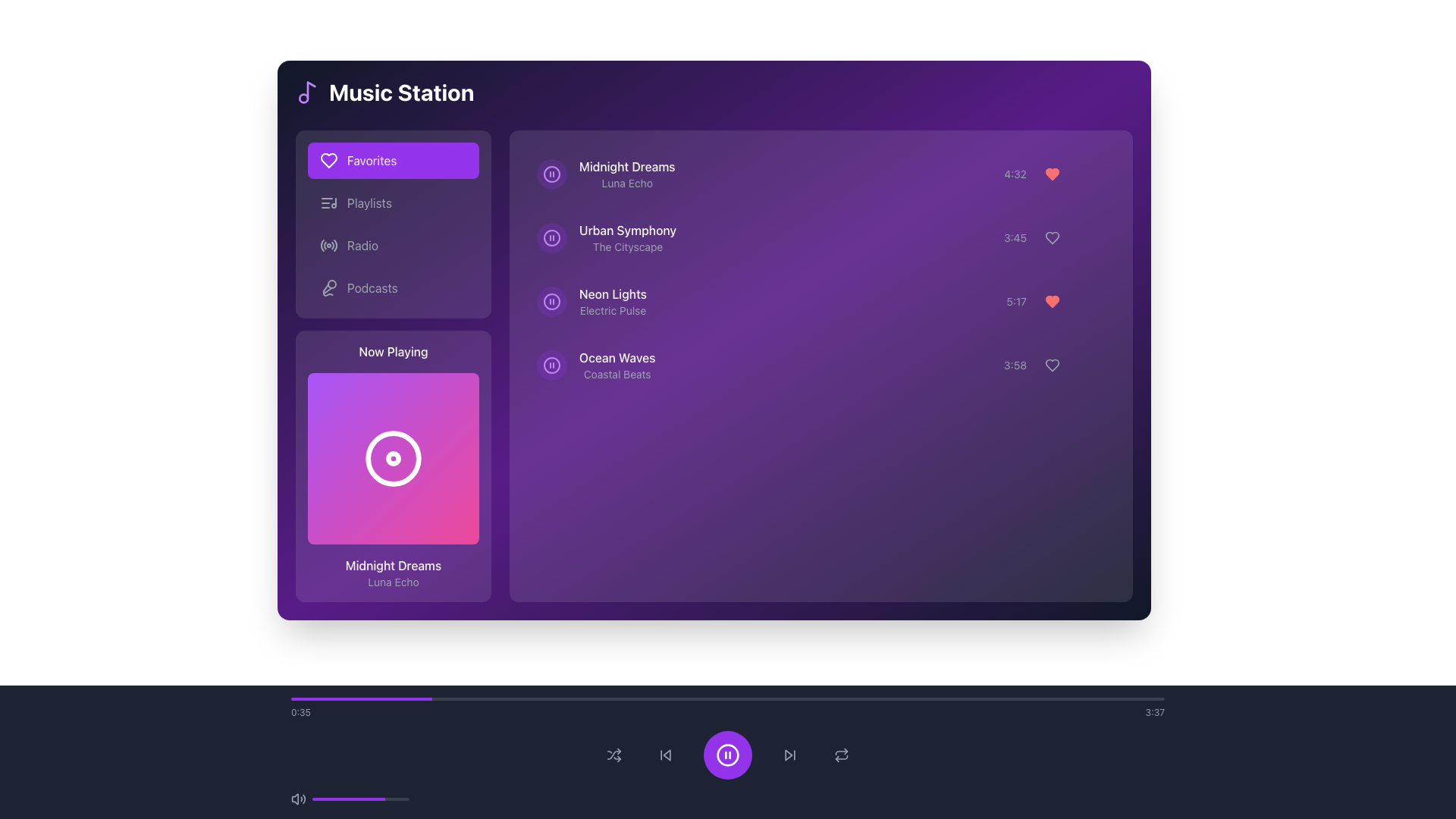 This screenshot has width=1456, height=819. What do you see at coordinates (617, 357) in the screenshot?
I see `the text label for the music track located on the right side of the interface, which is the fourth item in the vertical list, below 'Neon Lights' and above the footer, to associate it with adjacent elements` at bounding box center [617, 357].